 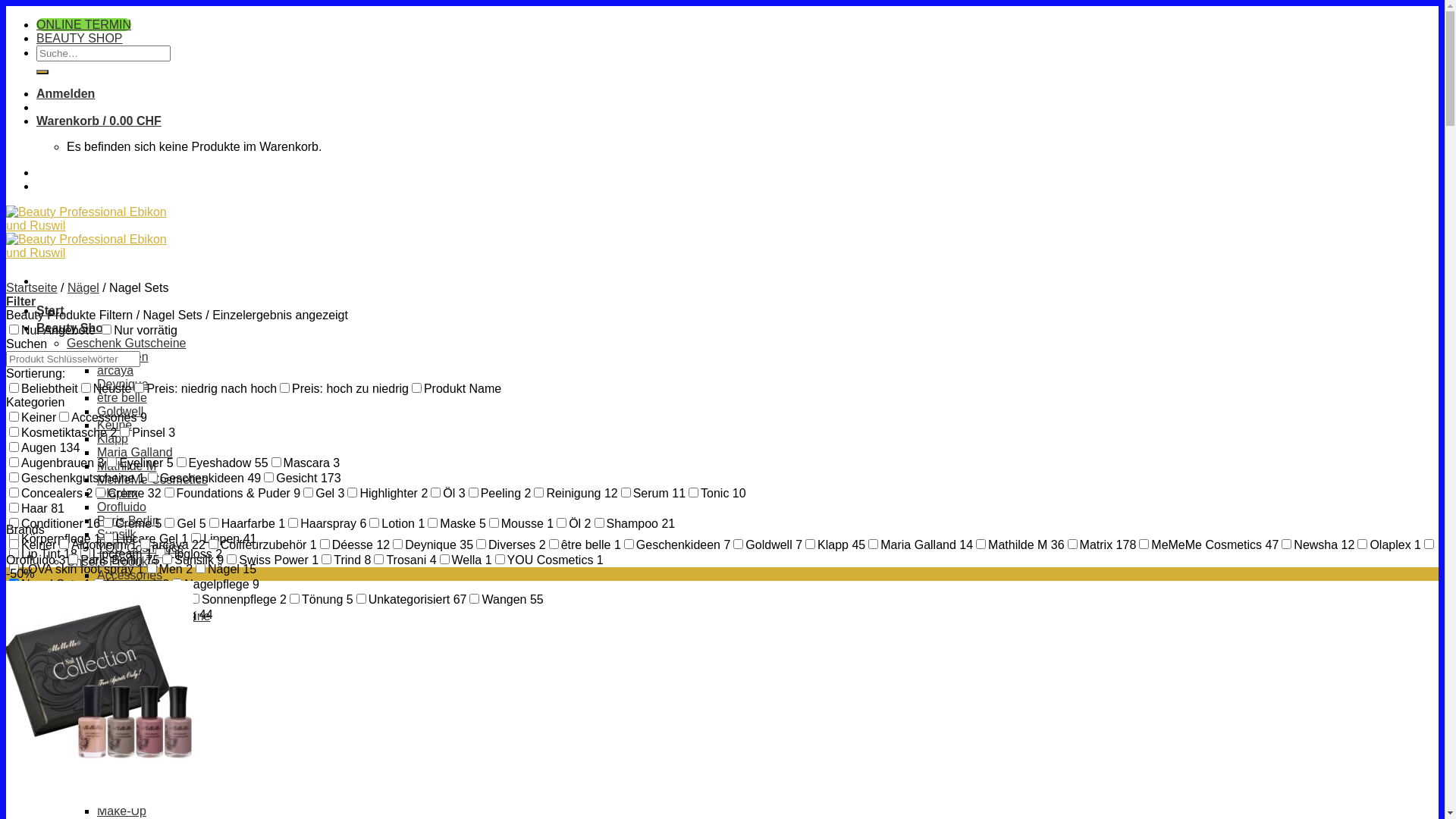 I want to click on 'Beauty Shop', so click(x=72, y=327).